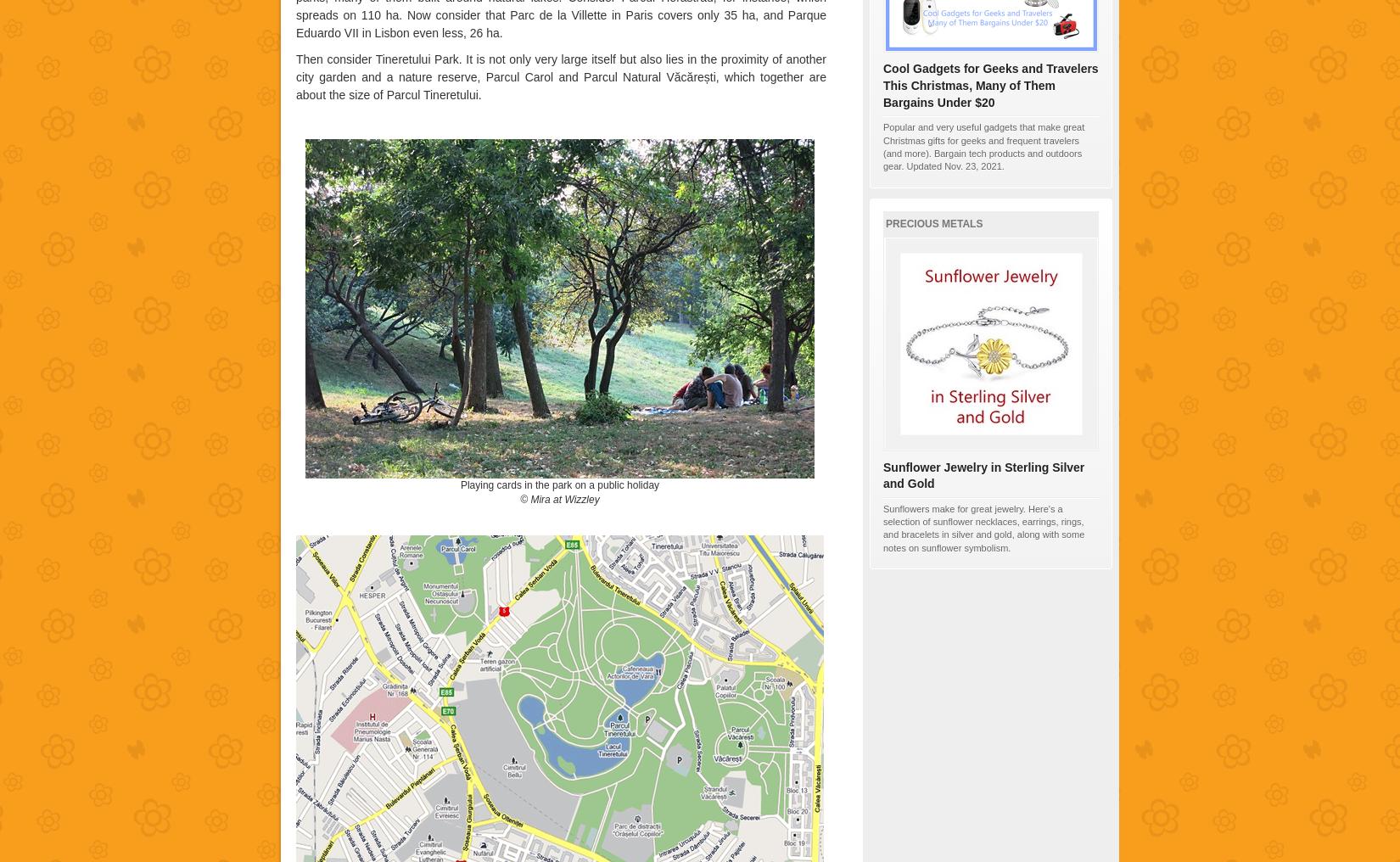 This screenshot has height=862, width=1400. I want to click on 'Precious Metals', so click(934, 222).